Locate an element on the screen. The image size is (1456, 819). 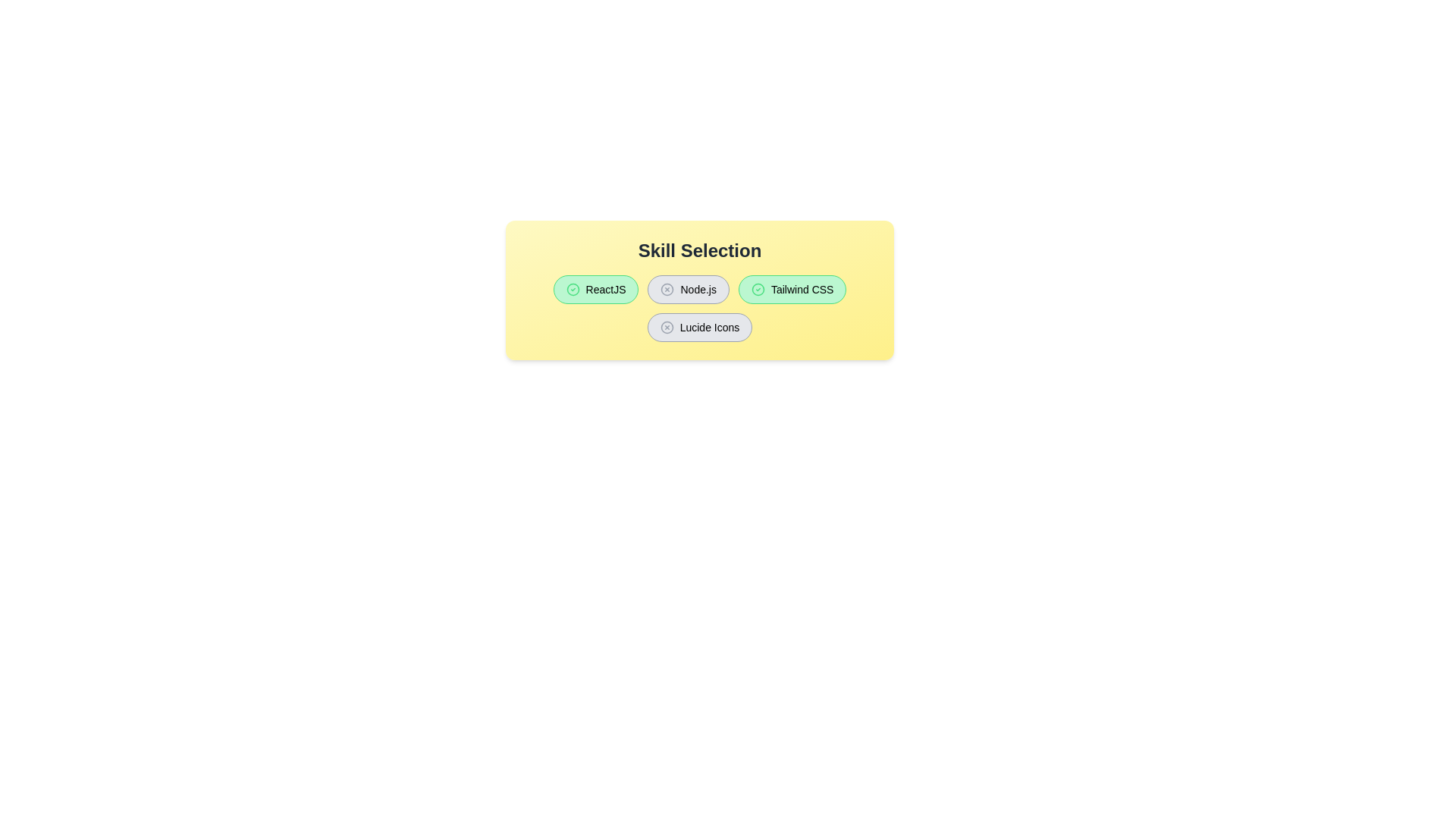
the button labeled ReactJS to observe the hover effect is located at coordinates (595, 289).